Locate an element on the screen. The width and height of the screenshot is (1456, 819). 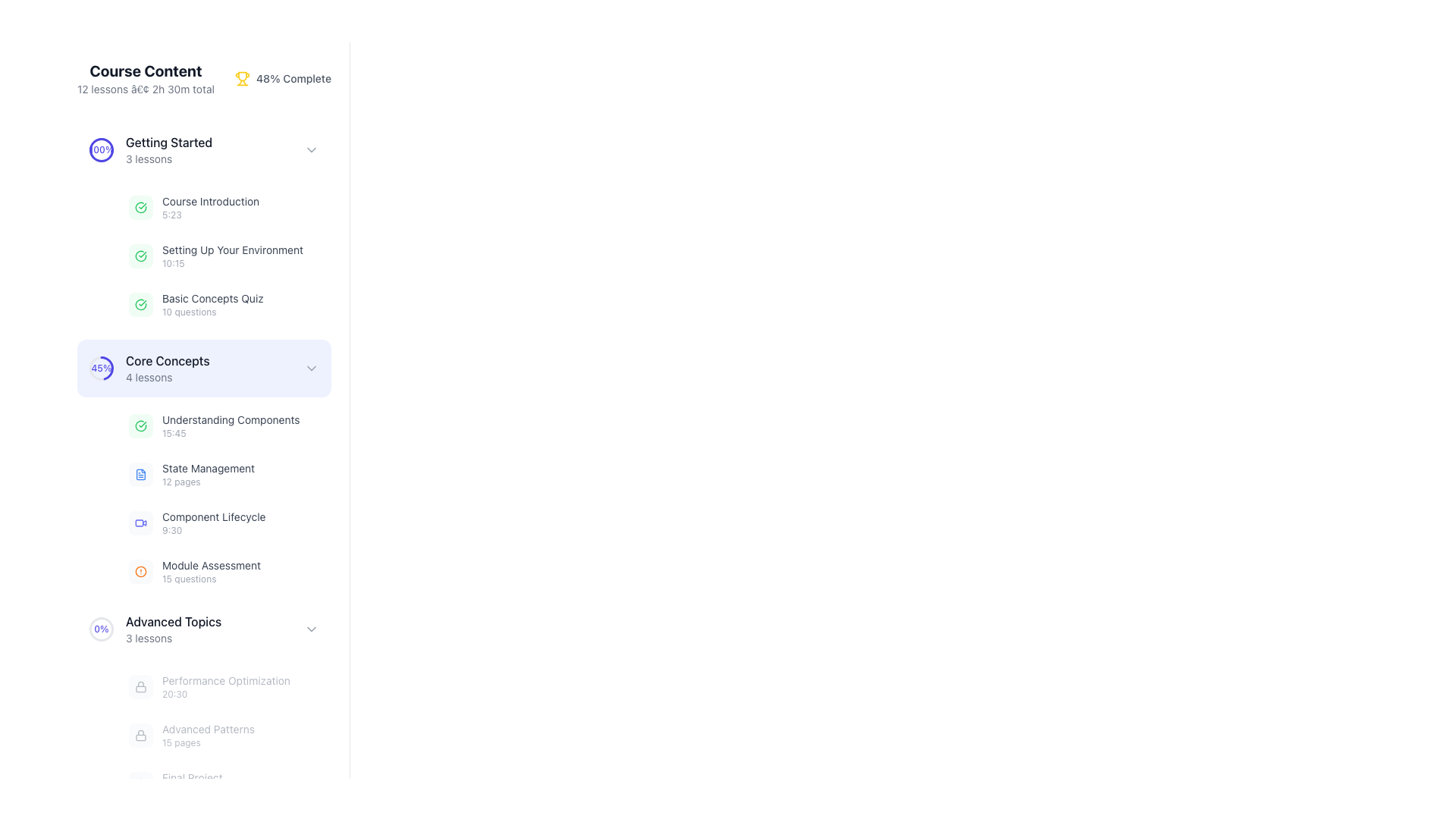
the 'State Management' card within the 'Core Concepts' section is located at coordinates (224, 473).